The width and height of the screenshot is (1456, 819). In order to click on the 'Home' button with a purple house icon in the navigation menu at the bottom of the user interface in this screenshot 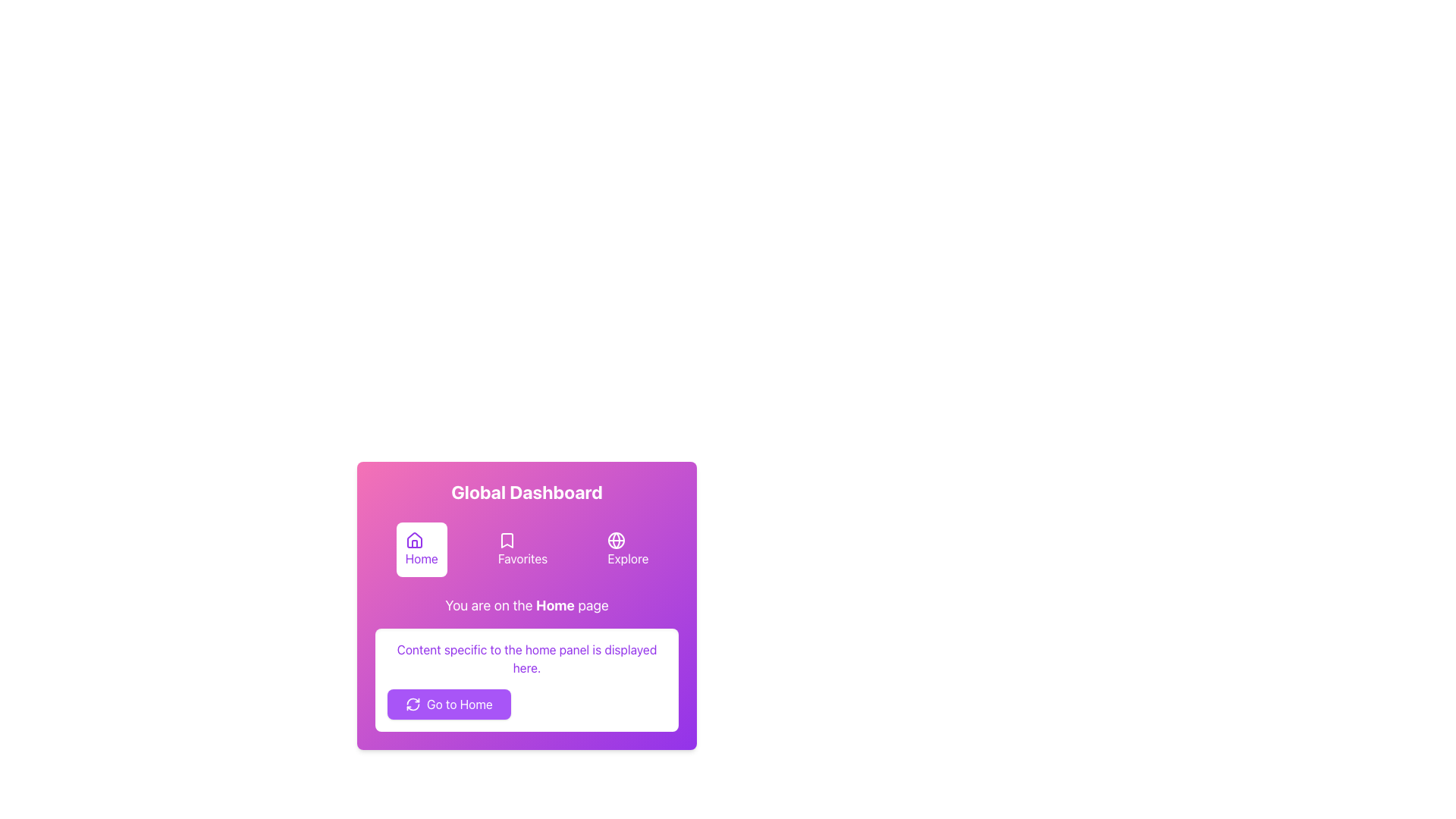, I will do `click(422, 550)`.